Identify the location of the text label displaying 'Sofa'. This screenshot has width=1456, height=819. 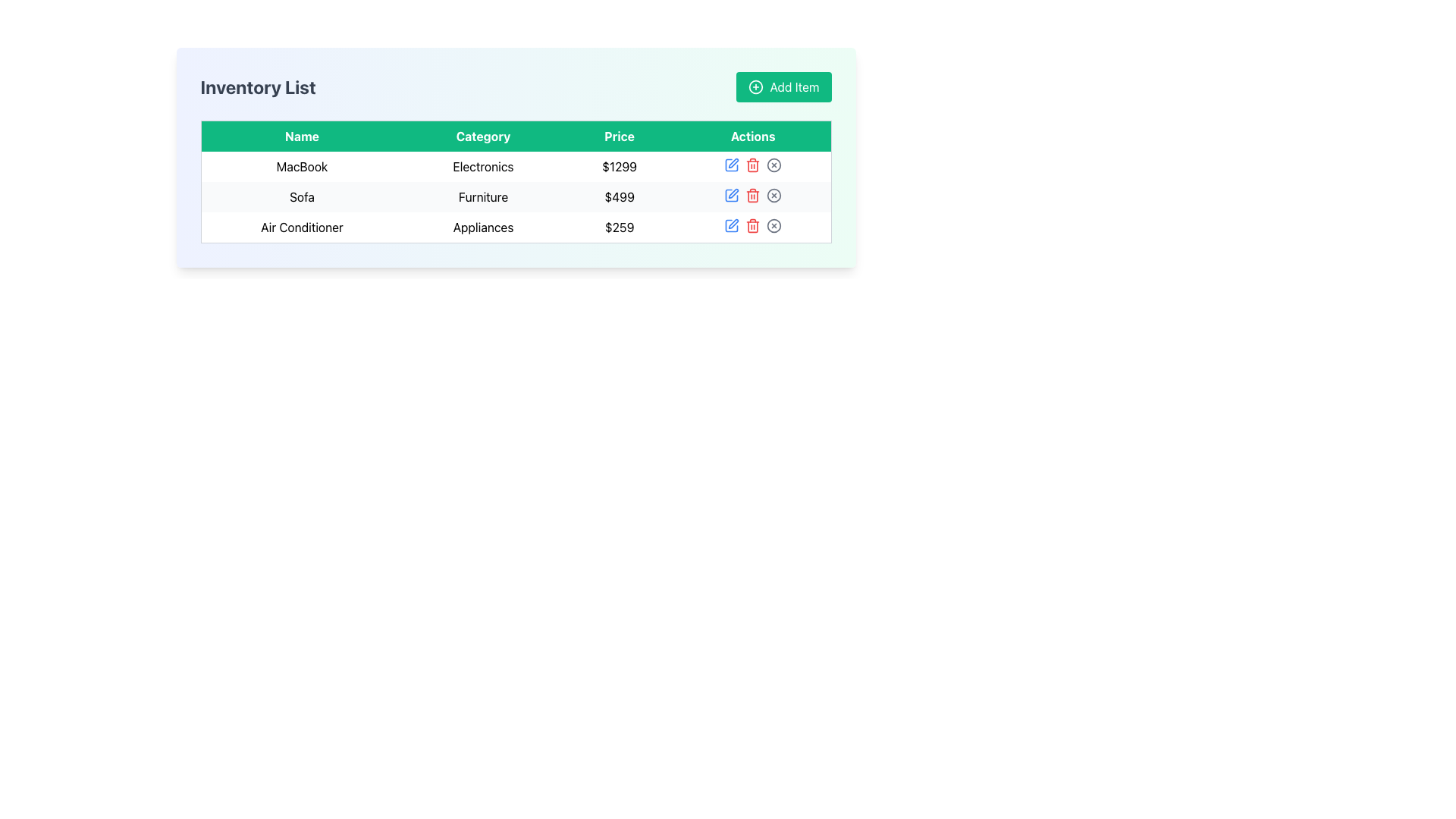
(302, 196).